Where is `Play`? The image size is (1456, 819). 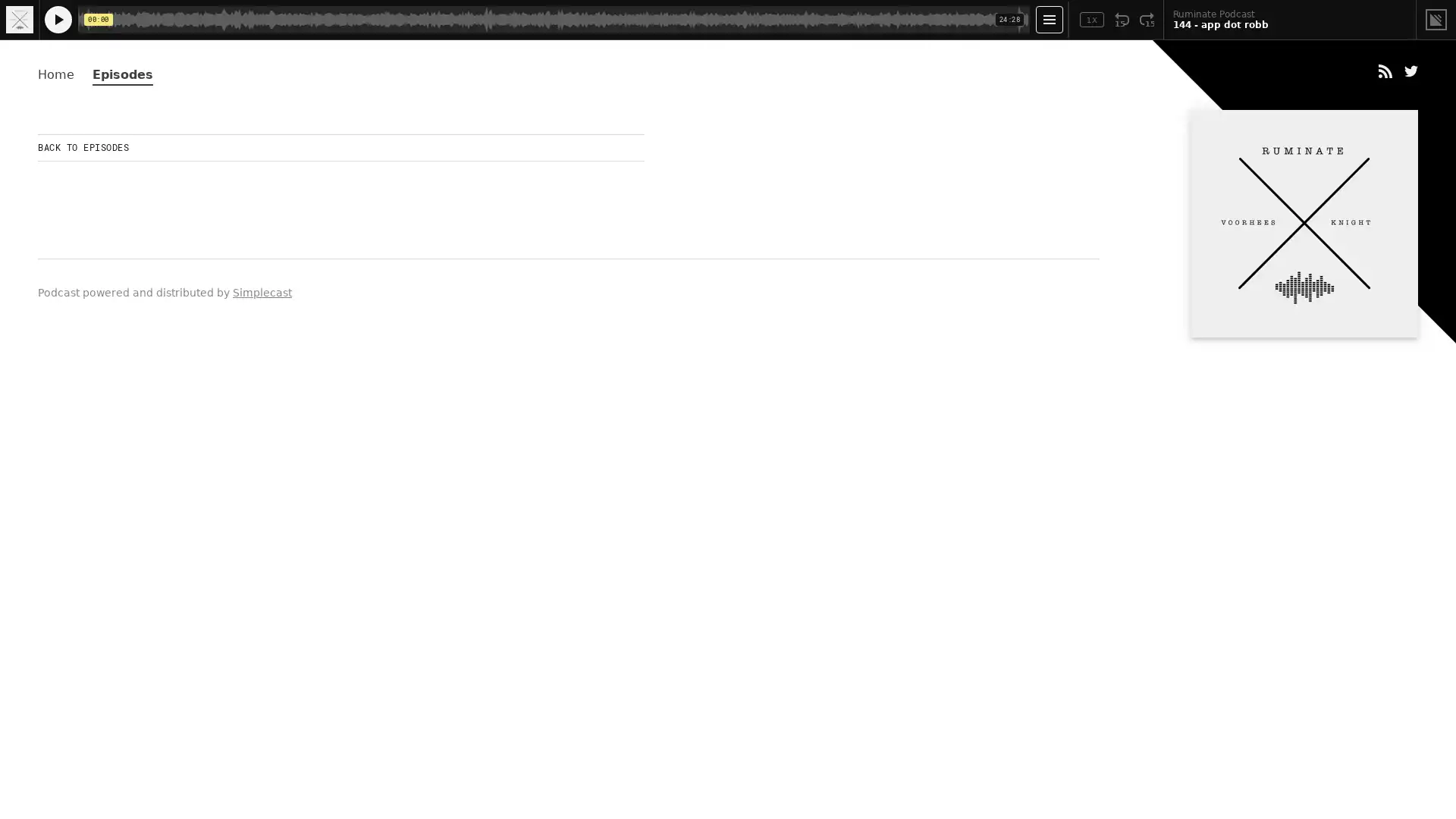
Play is located at coordinates (58, 20).